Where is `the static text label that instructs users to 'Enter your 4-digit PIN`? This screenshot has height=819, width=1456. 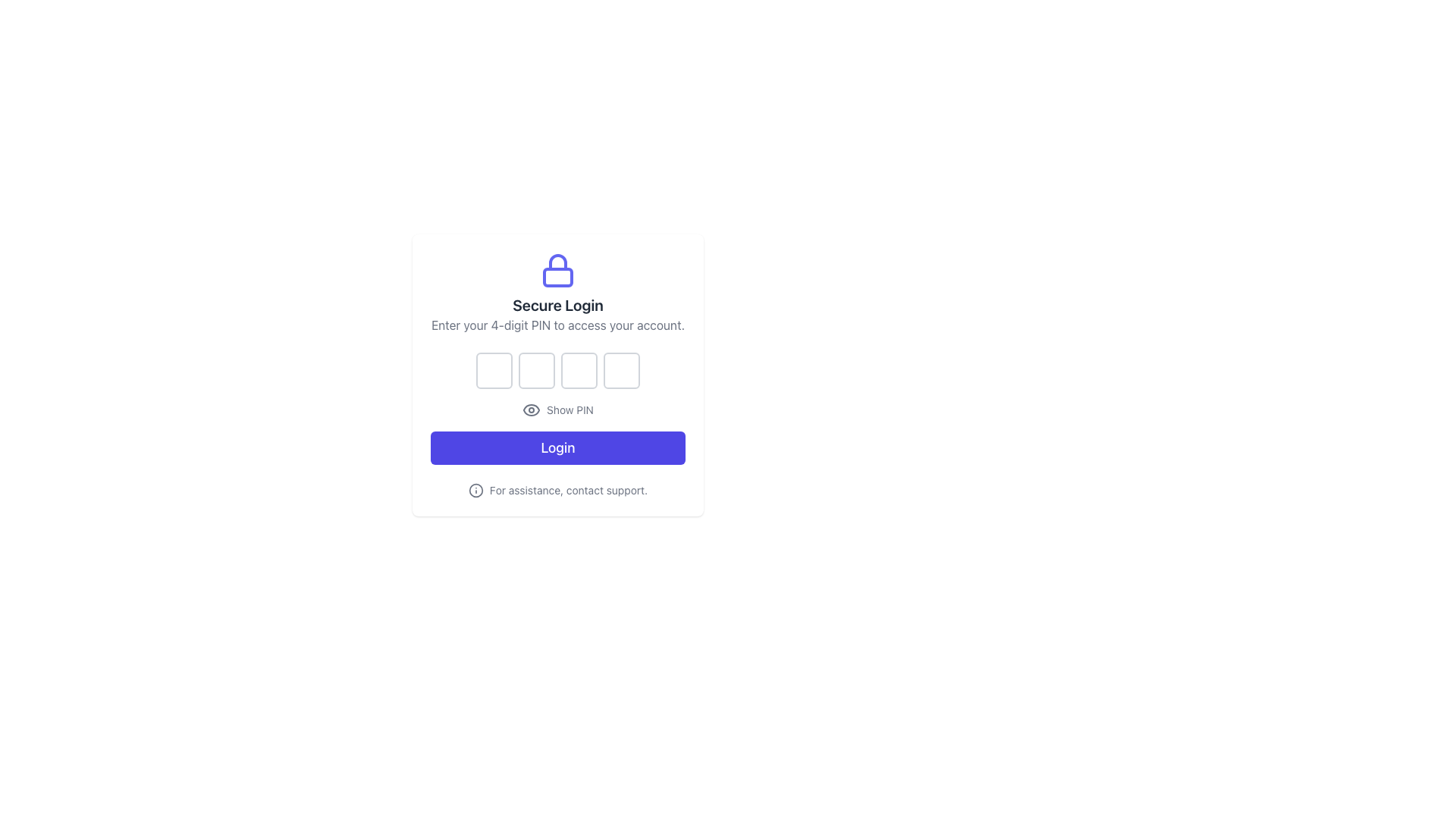 the static text label that instructs users to 'Enter your 4-digit PIN is located at coordinates (557, 324).